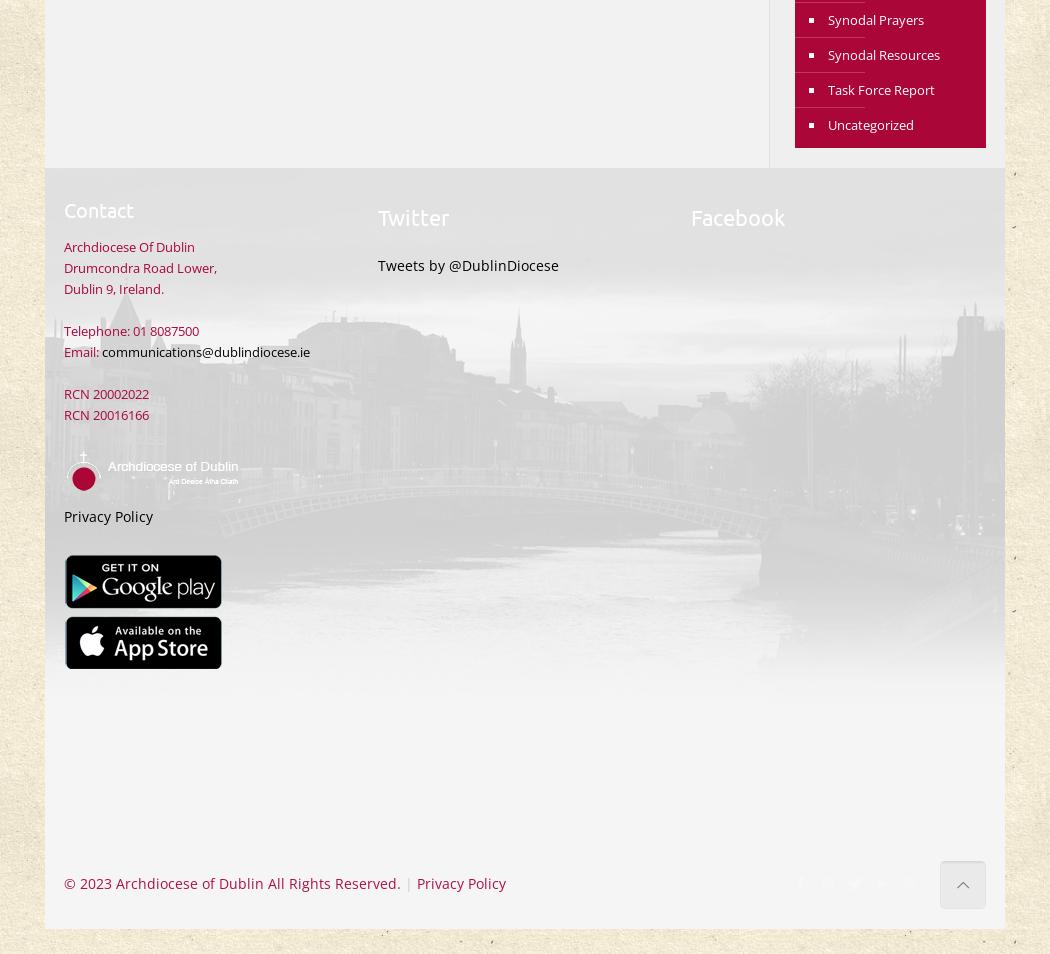  Describe the element at coordinates (205, 352) in the screenshot. I see `'communications@dublindiocese.ie'` at that location.